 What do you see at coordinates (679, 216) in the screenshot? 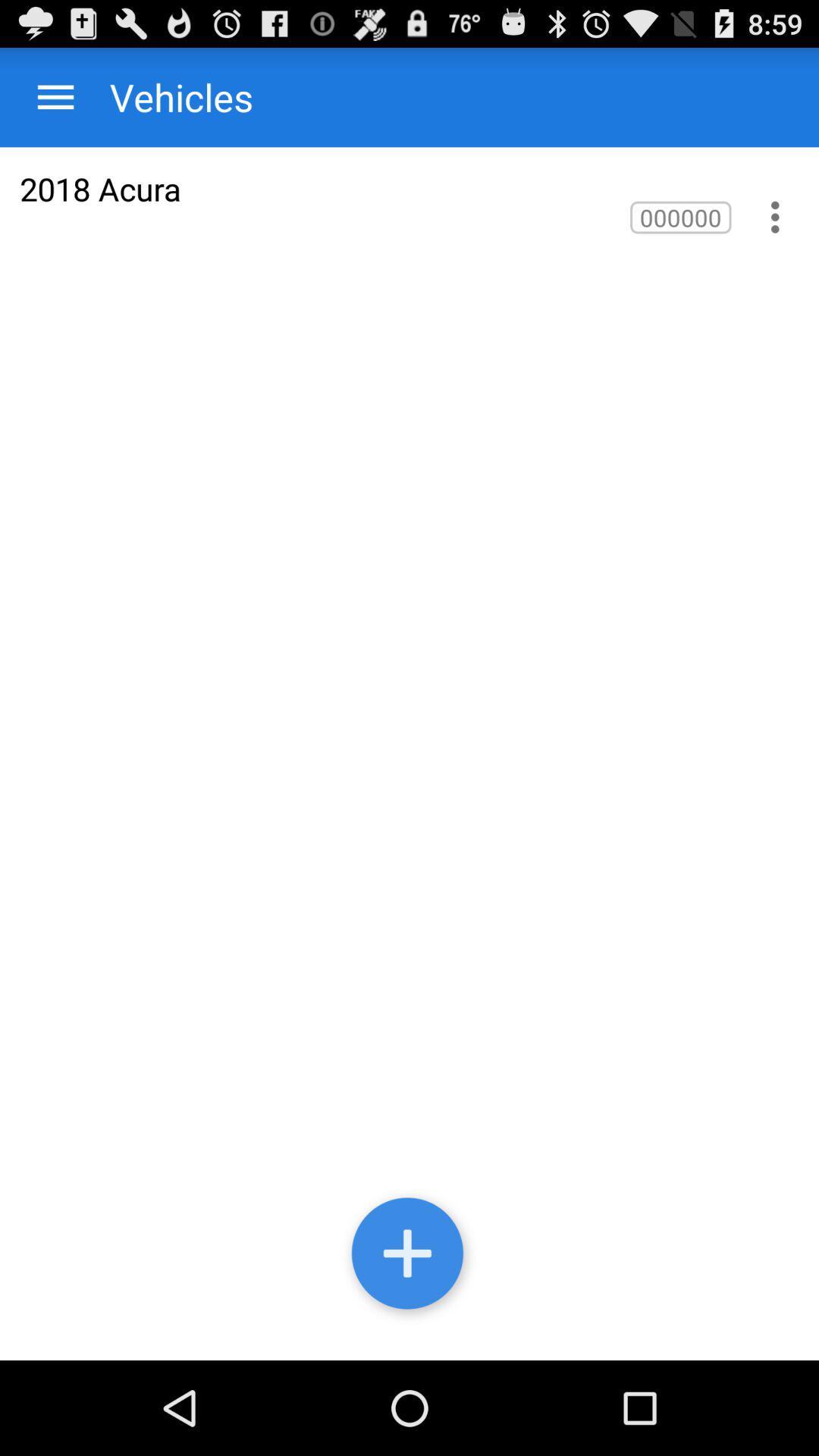
I see `000000 icon` at bounding box center [679, 216].